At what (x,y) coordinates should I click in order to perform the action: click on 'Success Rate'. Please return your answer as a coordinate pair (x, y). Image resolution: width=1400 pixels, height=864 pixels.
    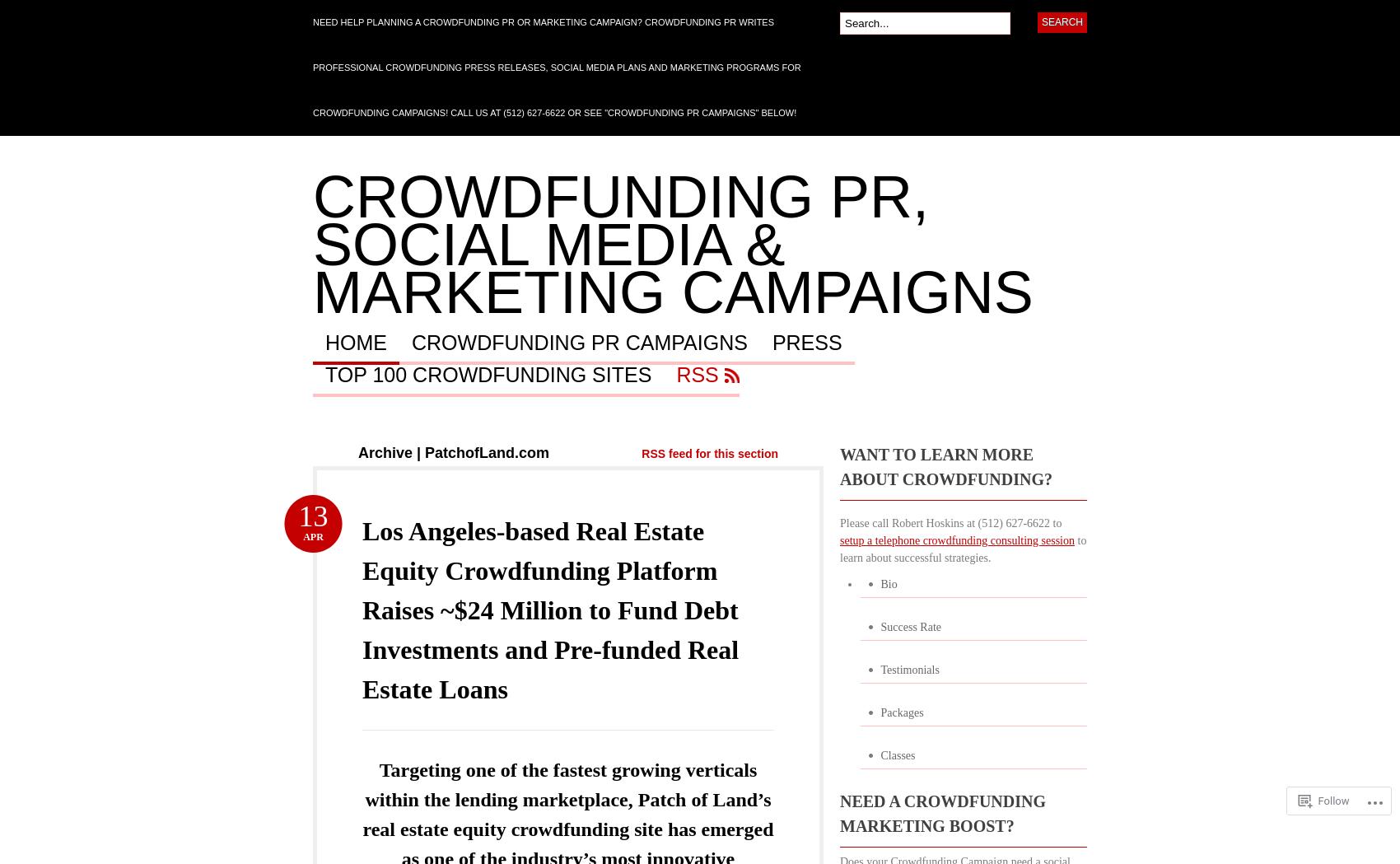
    Looking at the image, I should click on (910, 626).